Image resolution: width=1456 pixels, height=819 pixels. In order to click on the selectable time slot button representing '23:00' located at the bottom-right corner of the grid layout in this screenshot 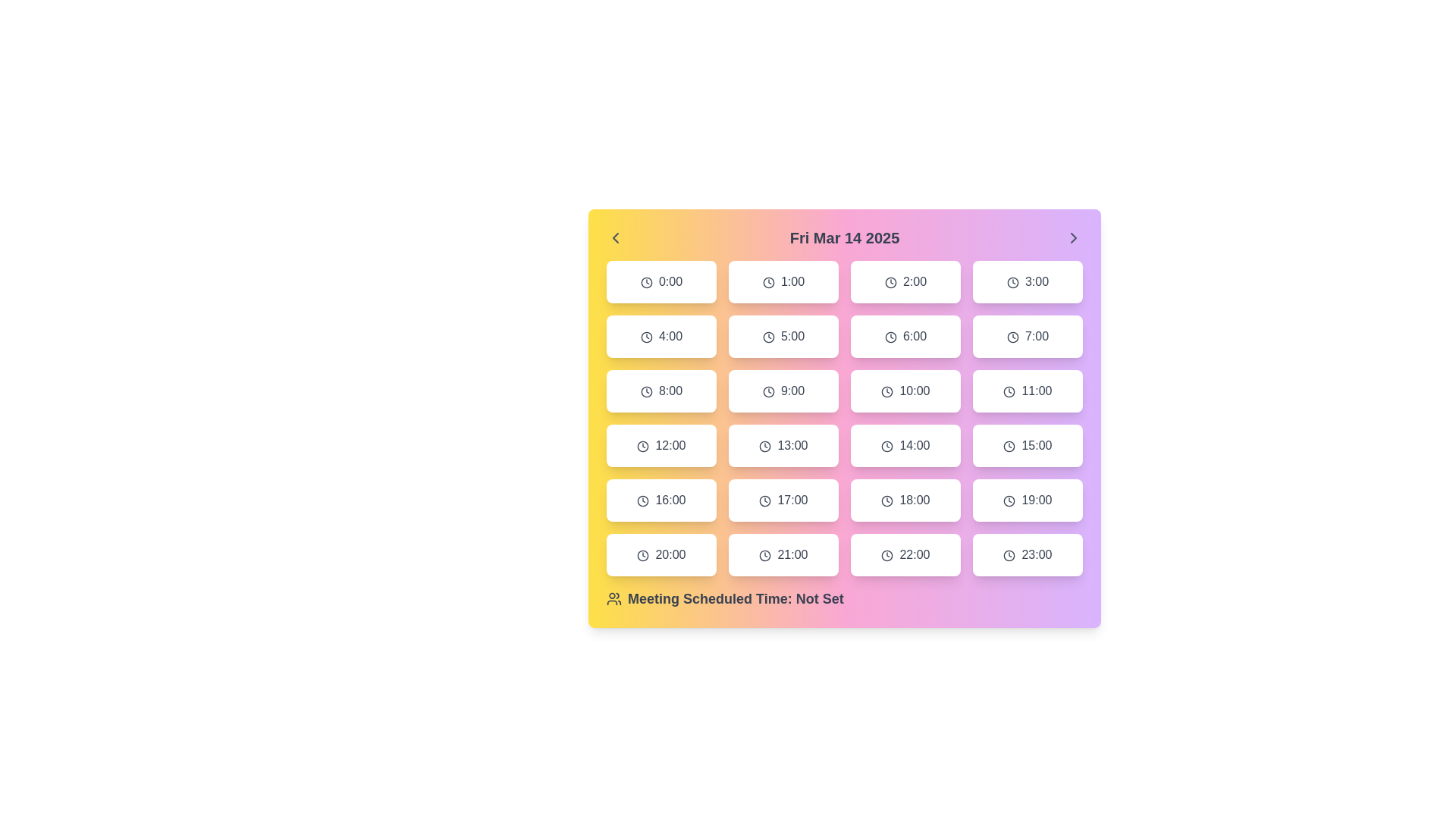, I will do `click(1028, 555)`.